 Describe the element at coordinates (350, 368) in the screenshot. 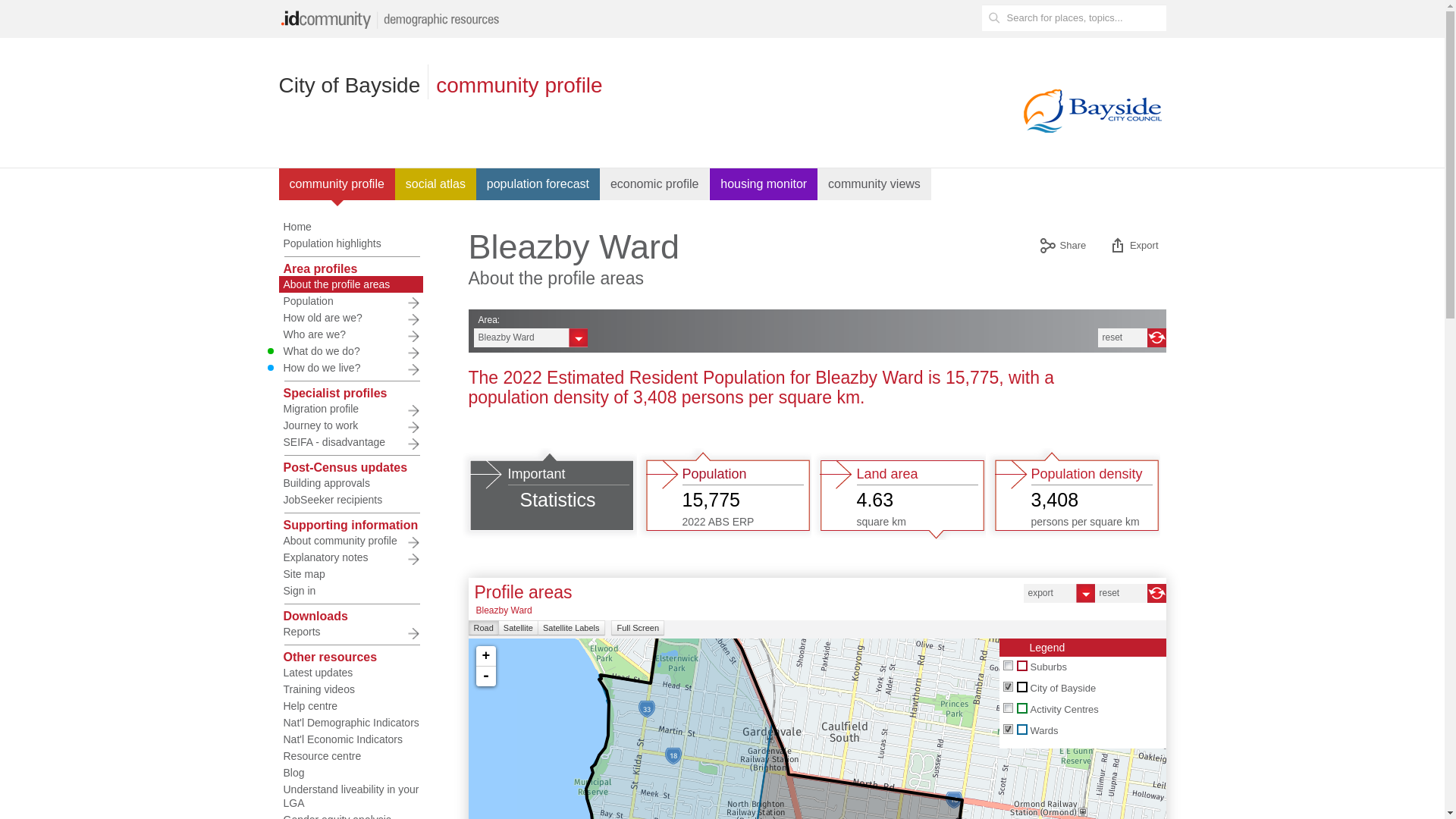

I see `'How do we live?` at that location.